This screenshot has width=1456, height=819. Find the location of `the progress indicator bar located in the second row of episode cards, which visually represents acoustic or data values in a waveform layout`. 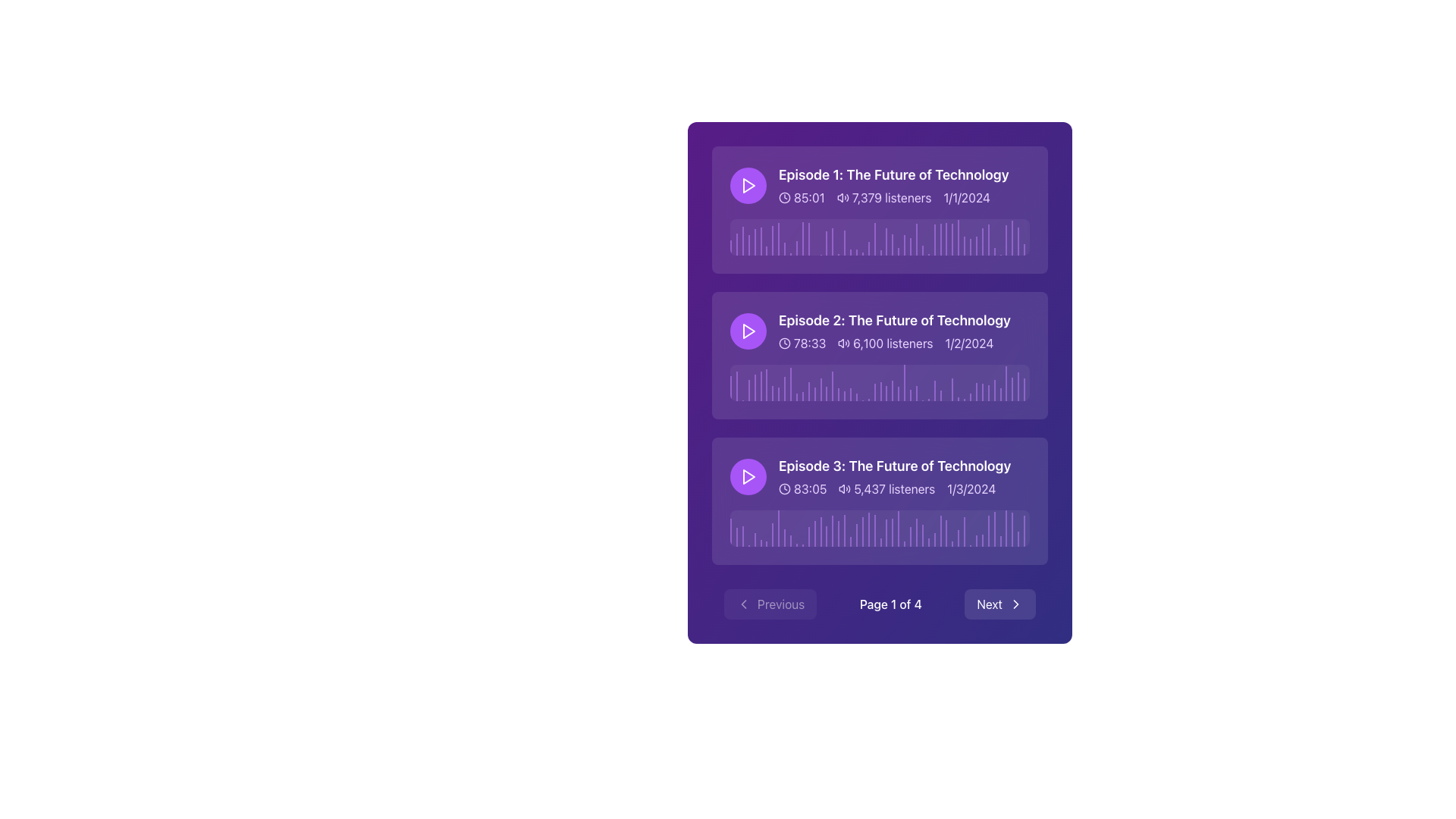

the progress indicator bar located in the second row of episode cards, which visually represents acoustic or data values in a waveform layout is located at coordinates (905, 244).